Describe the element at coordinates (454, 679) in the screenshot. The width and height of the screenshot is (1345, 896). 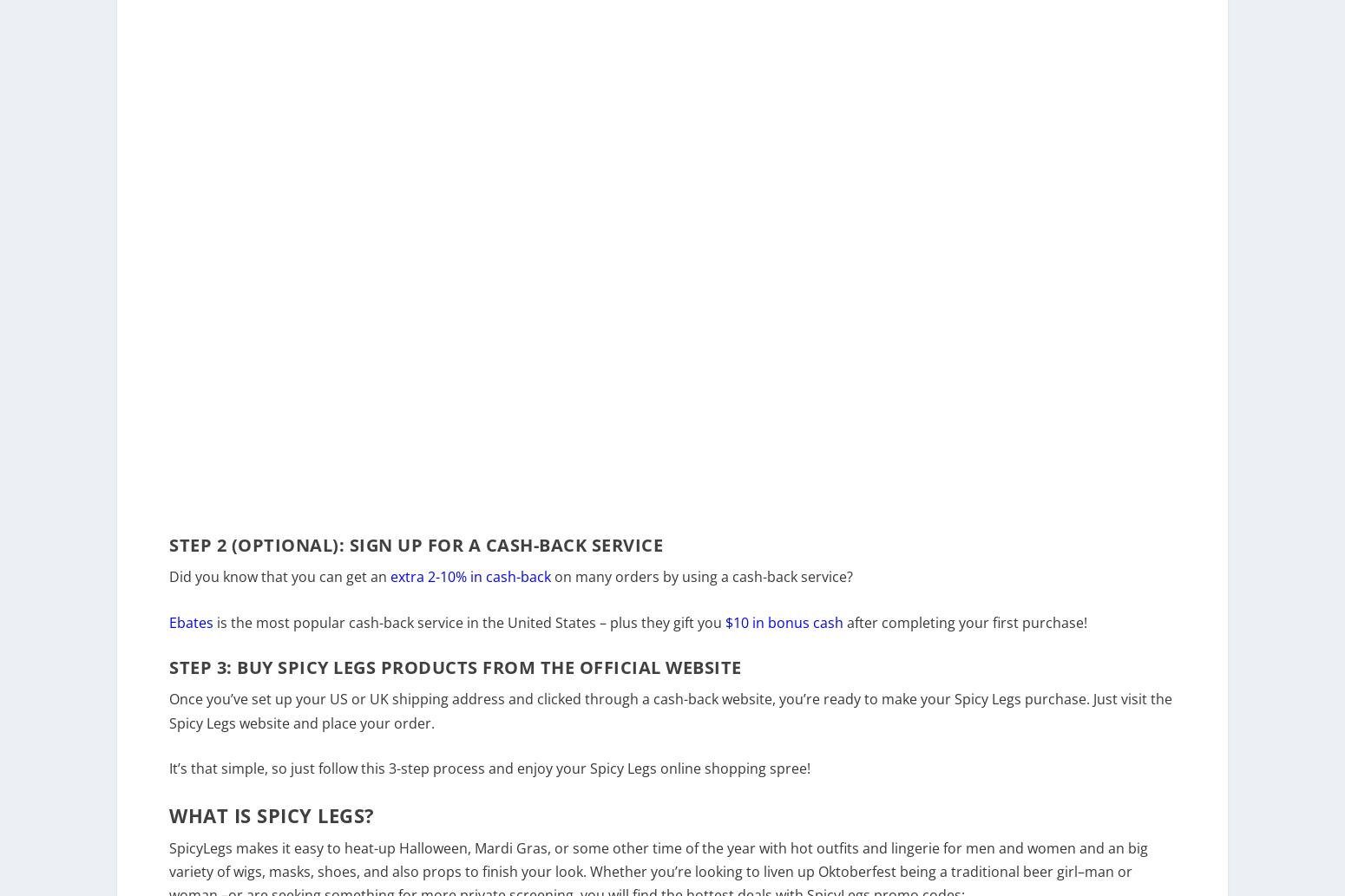
I see `'Step 3: Buy Spicy Legs Products from the Official Website'` at that location.